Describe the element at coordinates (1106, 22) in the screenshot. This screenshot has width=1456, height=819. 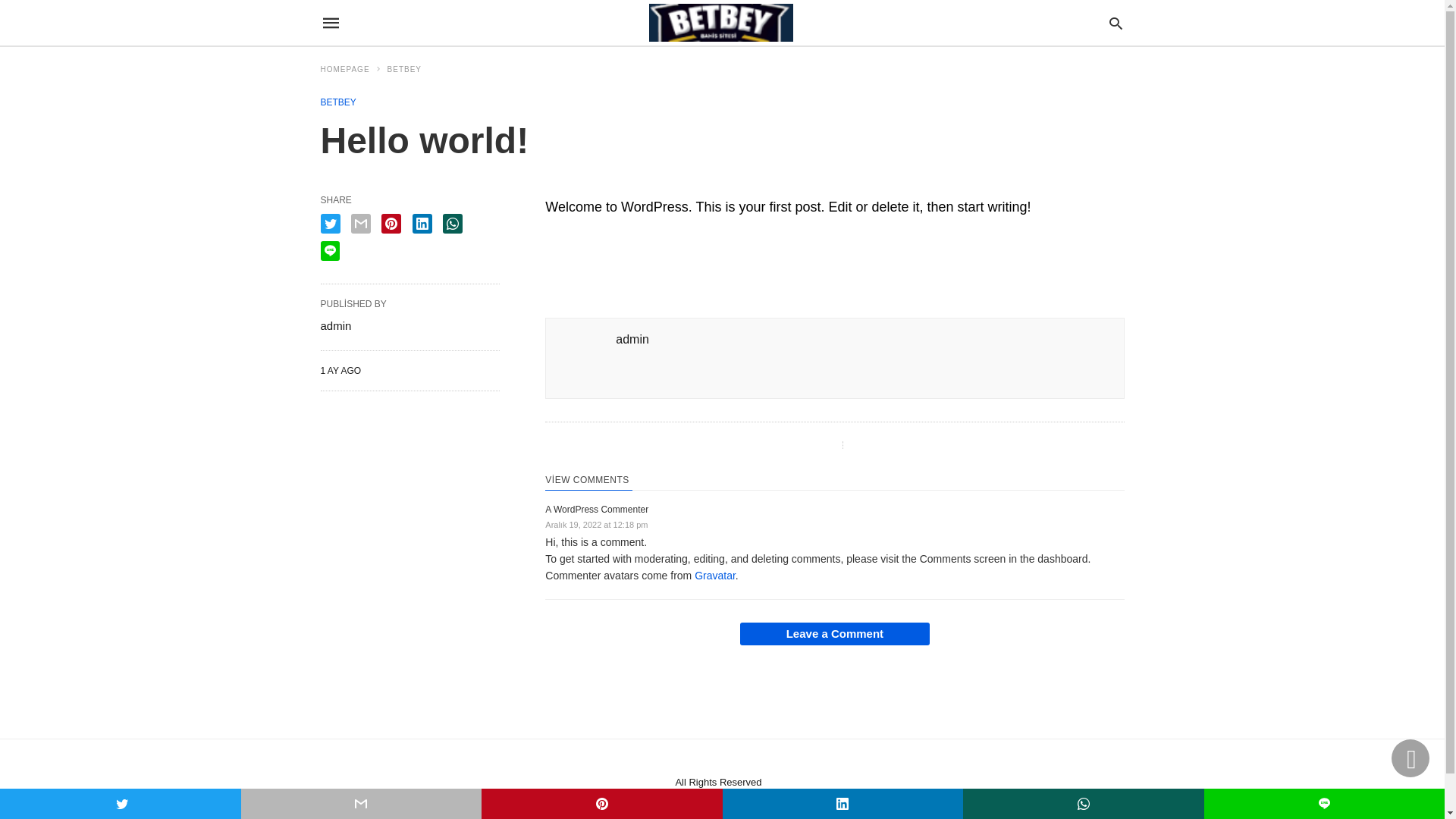
I see `'search'` at that location.